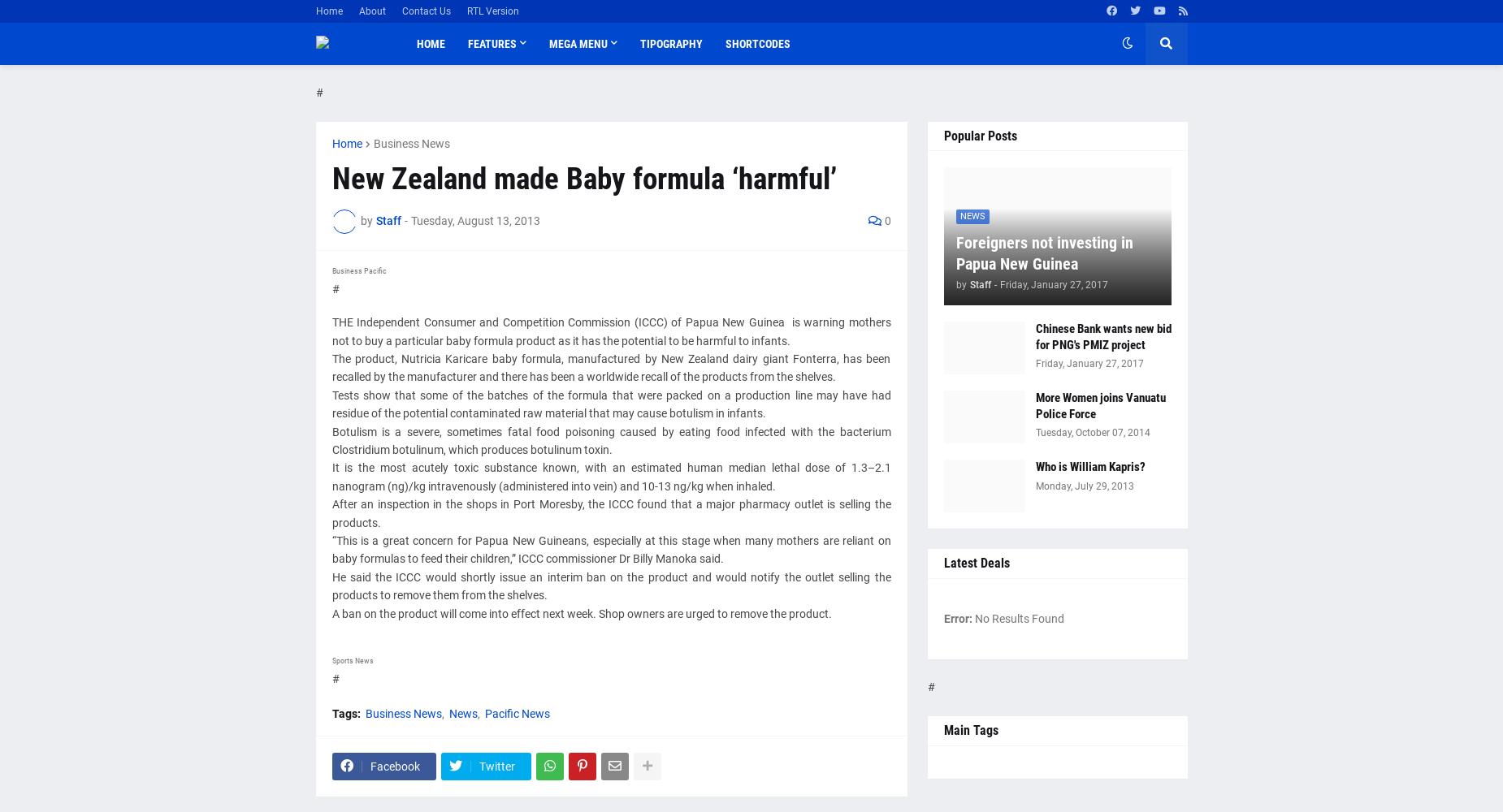  Describe the element at coordinates (500, 111) in the screenshot. I see `'Post Layouts'` at that location.